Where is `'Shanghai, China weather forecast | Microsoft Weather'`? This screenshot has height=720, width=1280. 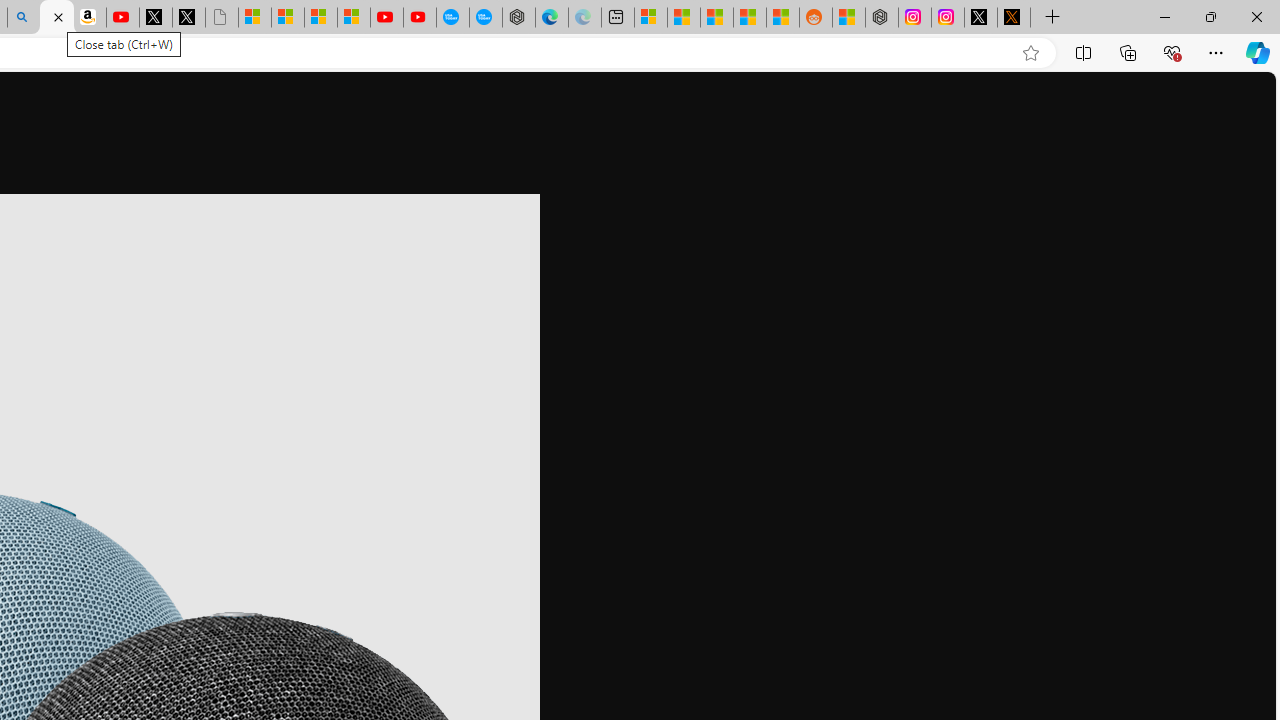
'Shanghai, China weather forecast | Microsoft Weather' is located at coordinates (684, 17).